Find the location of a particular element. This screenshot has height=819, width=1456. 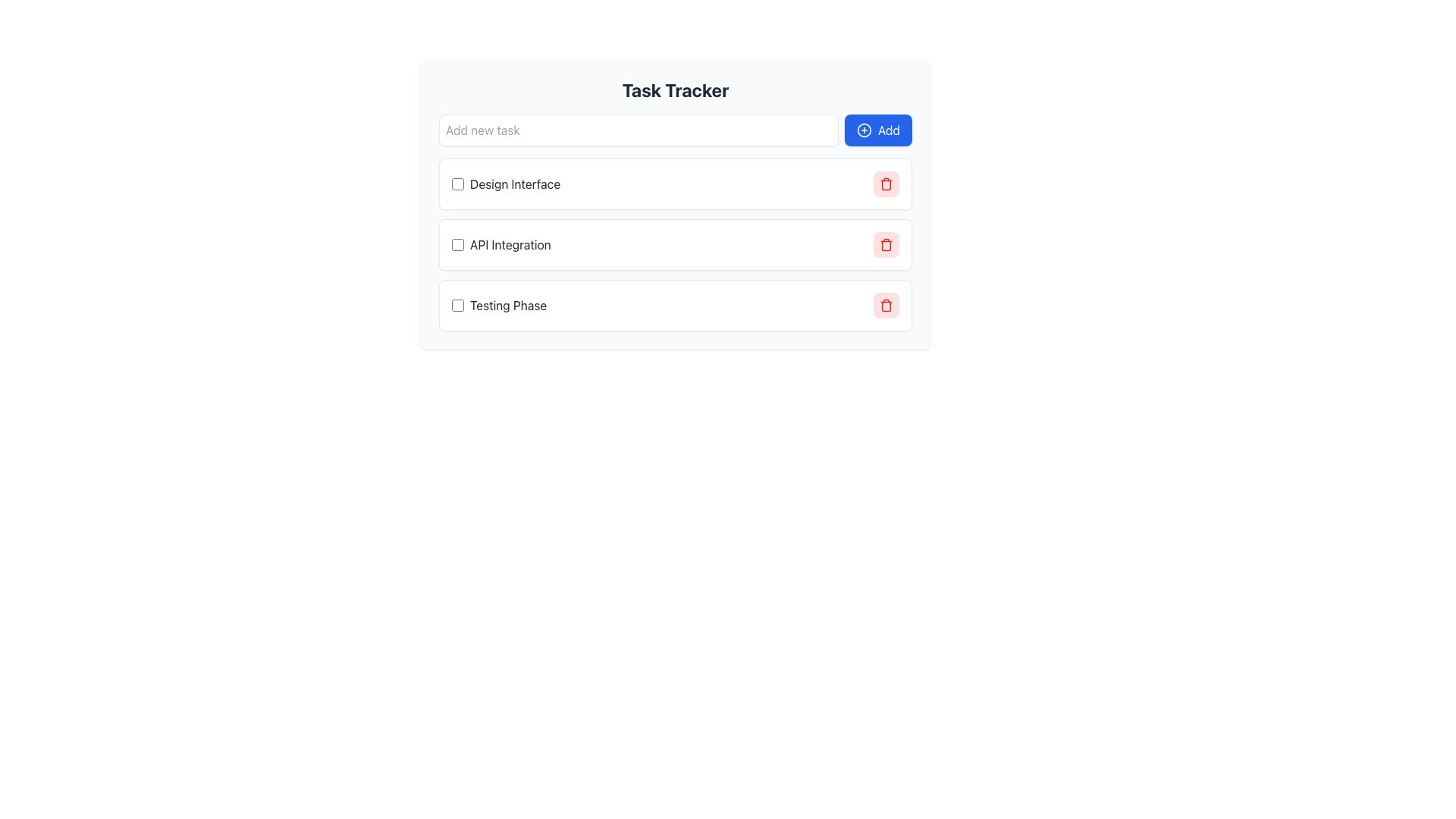

the checkbox located to the left of the text 'API Integration' is located at coordinates (457, 244).